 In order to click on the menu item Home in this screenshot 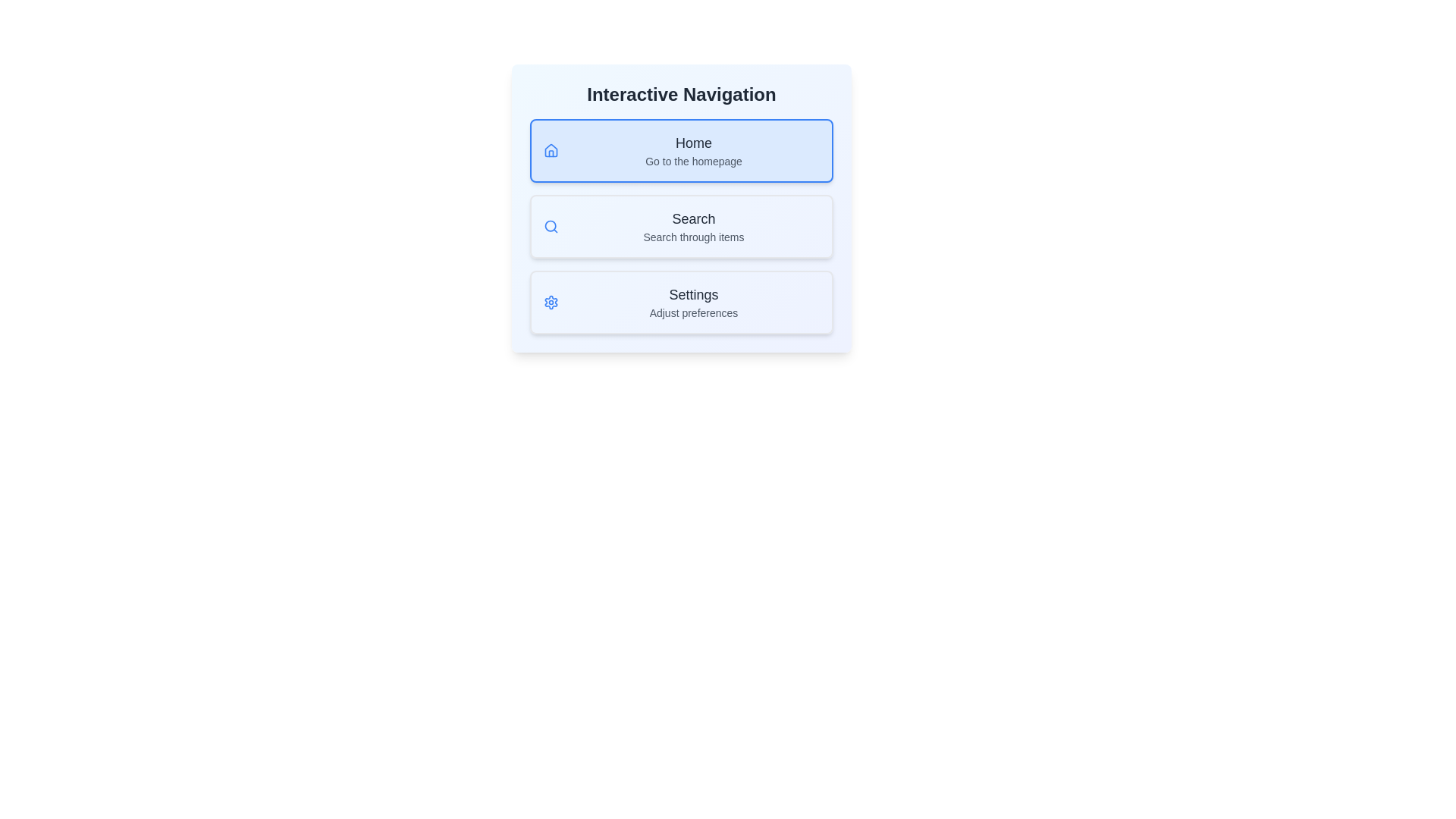, I will do `click(680, 151)`.